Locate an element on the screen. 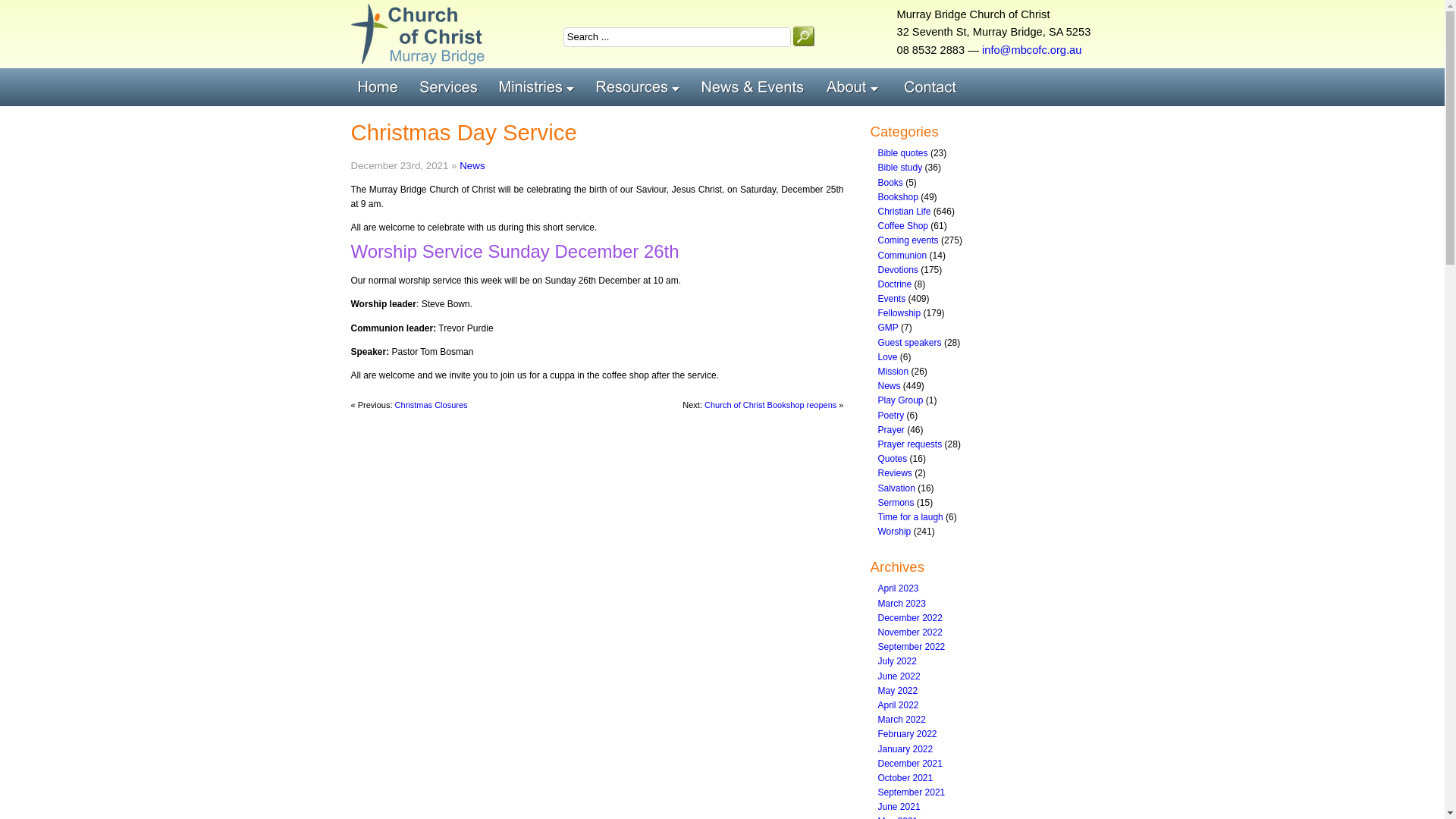 This screenshot has height=819, width=1456. 'Guest speakers' is located at coordinates (910, 342).